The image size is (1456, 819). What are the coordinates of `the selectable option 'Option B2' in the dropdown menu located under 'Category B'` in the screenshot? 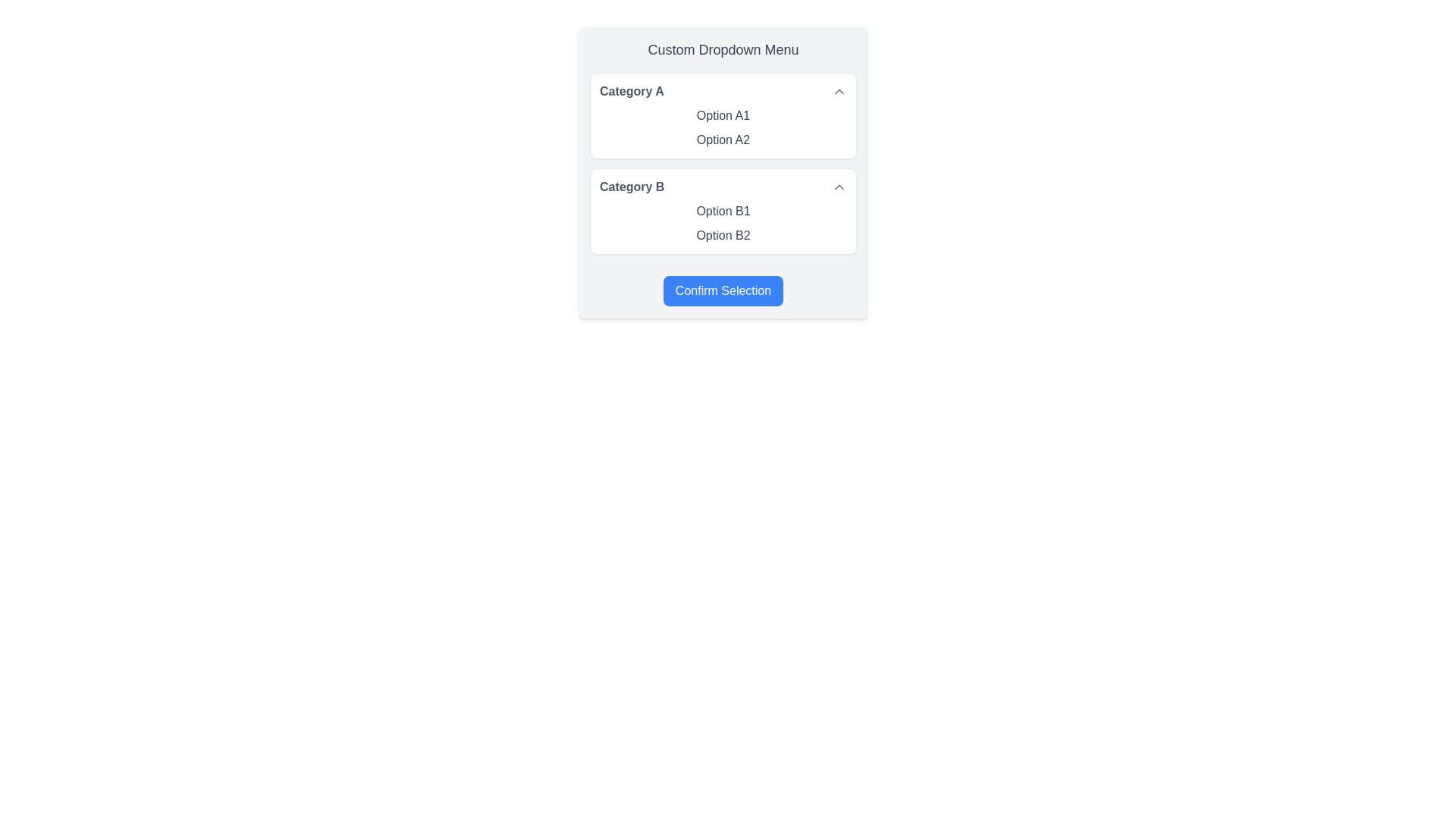 It's located at (723, 236).